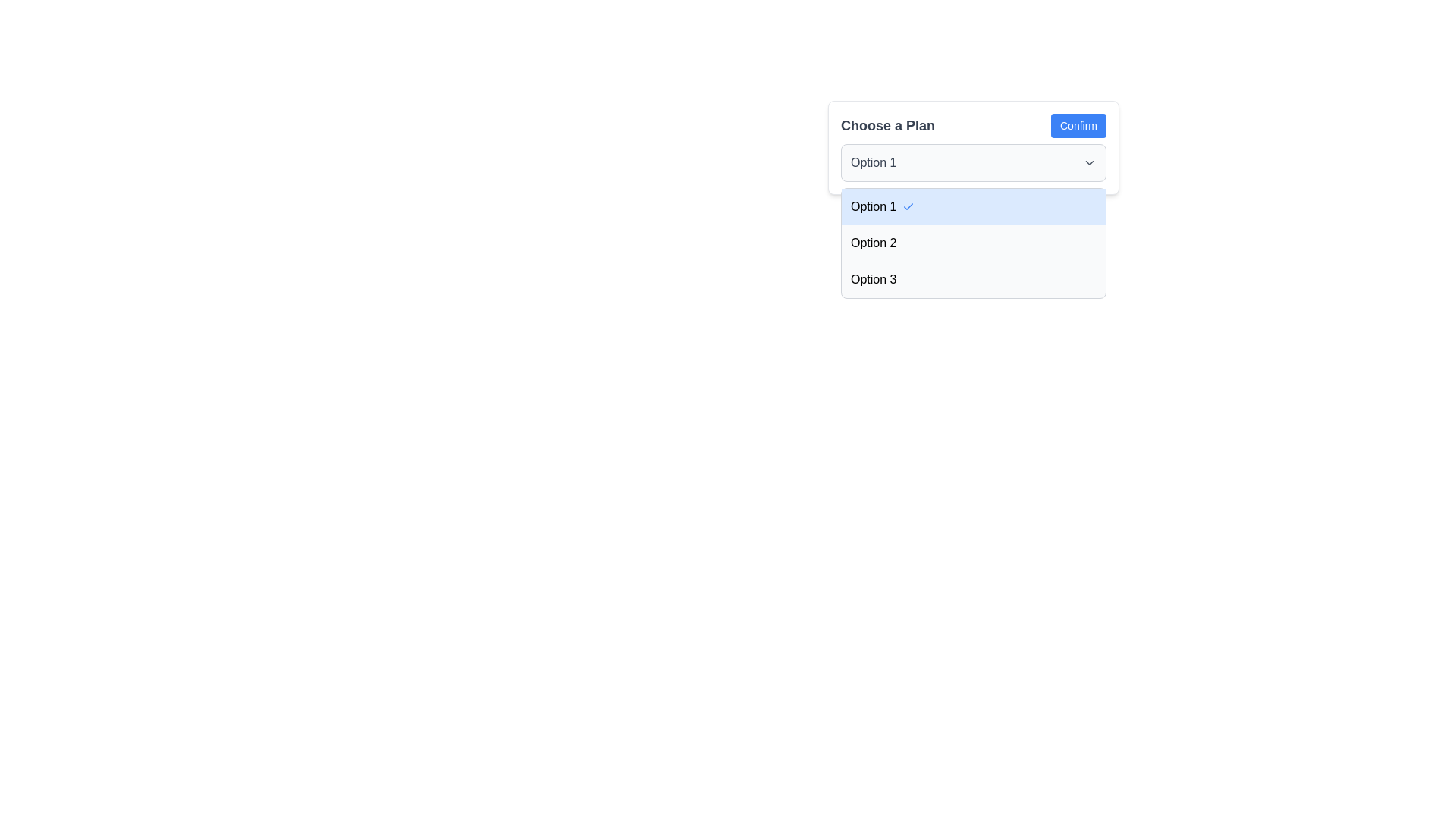 This screenshot has width=1456, height=819. Describe the element at coordinates (908, 207) in the screenshot. I see `the selection indicator icon for 'Option 1' in the 'Choose a Plan' dropdown menu to confirm the selected state` at that location.